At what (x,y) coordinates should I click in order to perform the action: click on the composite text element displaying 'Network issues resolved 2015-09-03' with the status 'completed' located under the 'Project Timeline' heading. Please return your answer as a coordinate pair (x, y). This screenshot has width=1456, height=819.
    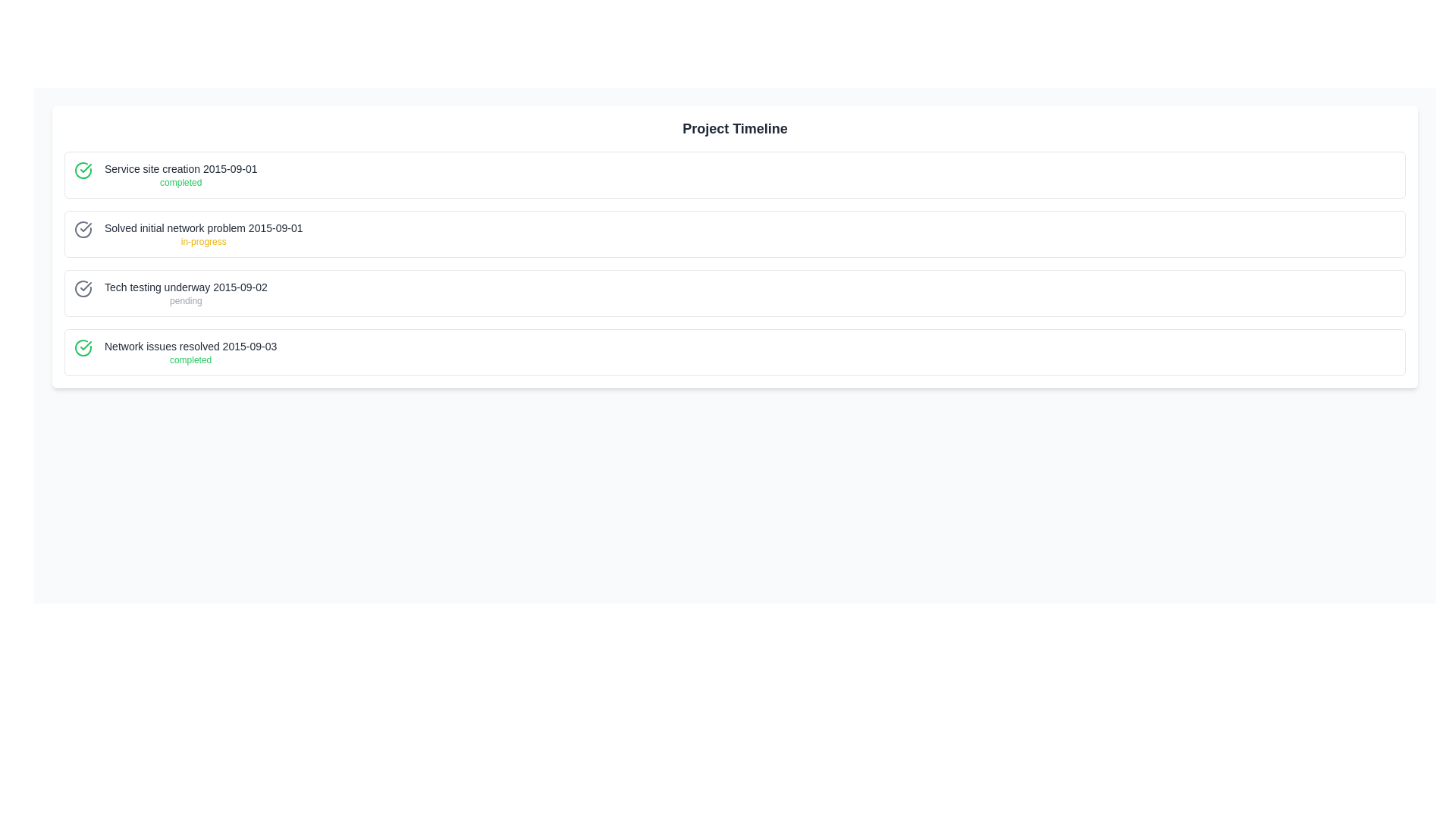
    Looking at the image, I should click on (190, 353).